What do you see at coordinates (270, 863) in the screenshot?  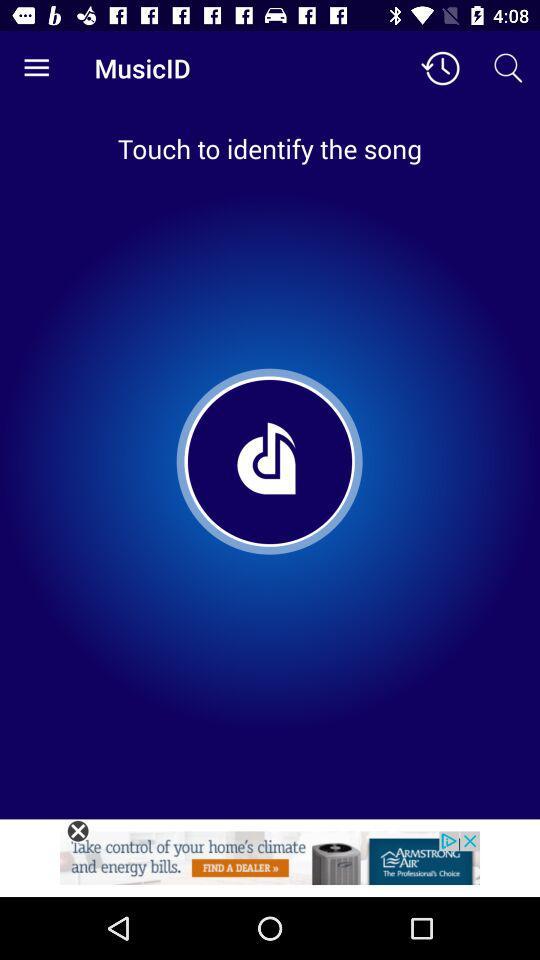 I see `advertisement` at bounding box center [270, 863].